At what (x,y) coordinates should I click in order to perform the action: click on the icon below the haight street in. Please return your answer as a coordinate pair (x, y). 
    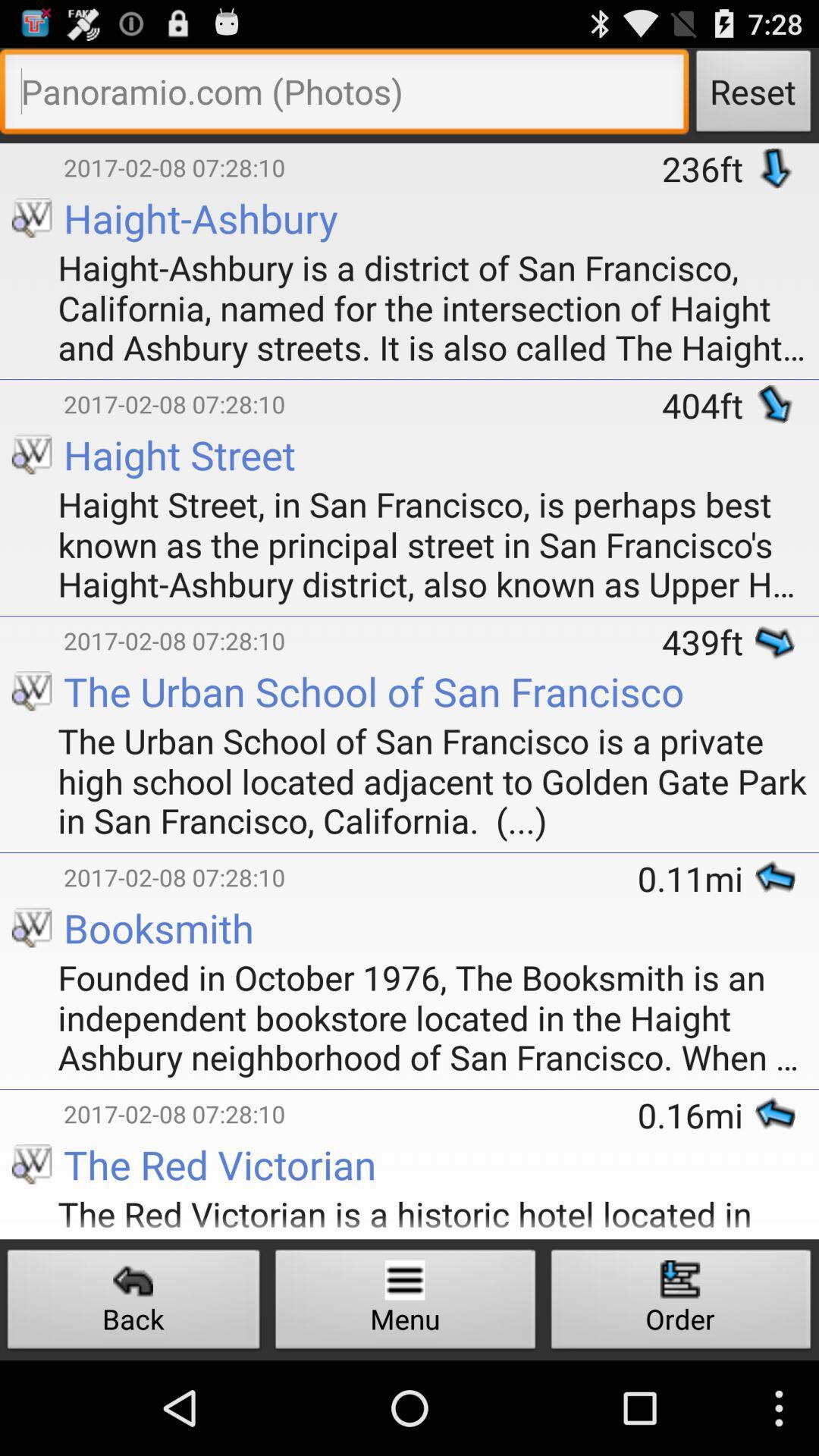
    Looking at the image, I should click on (32, 618).